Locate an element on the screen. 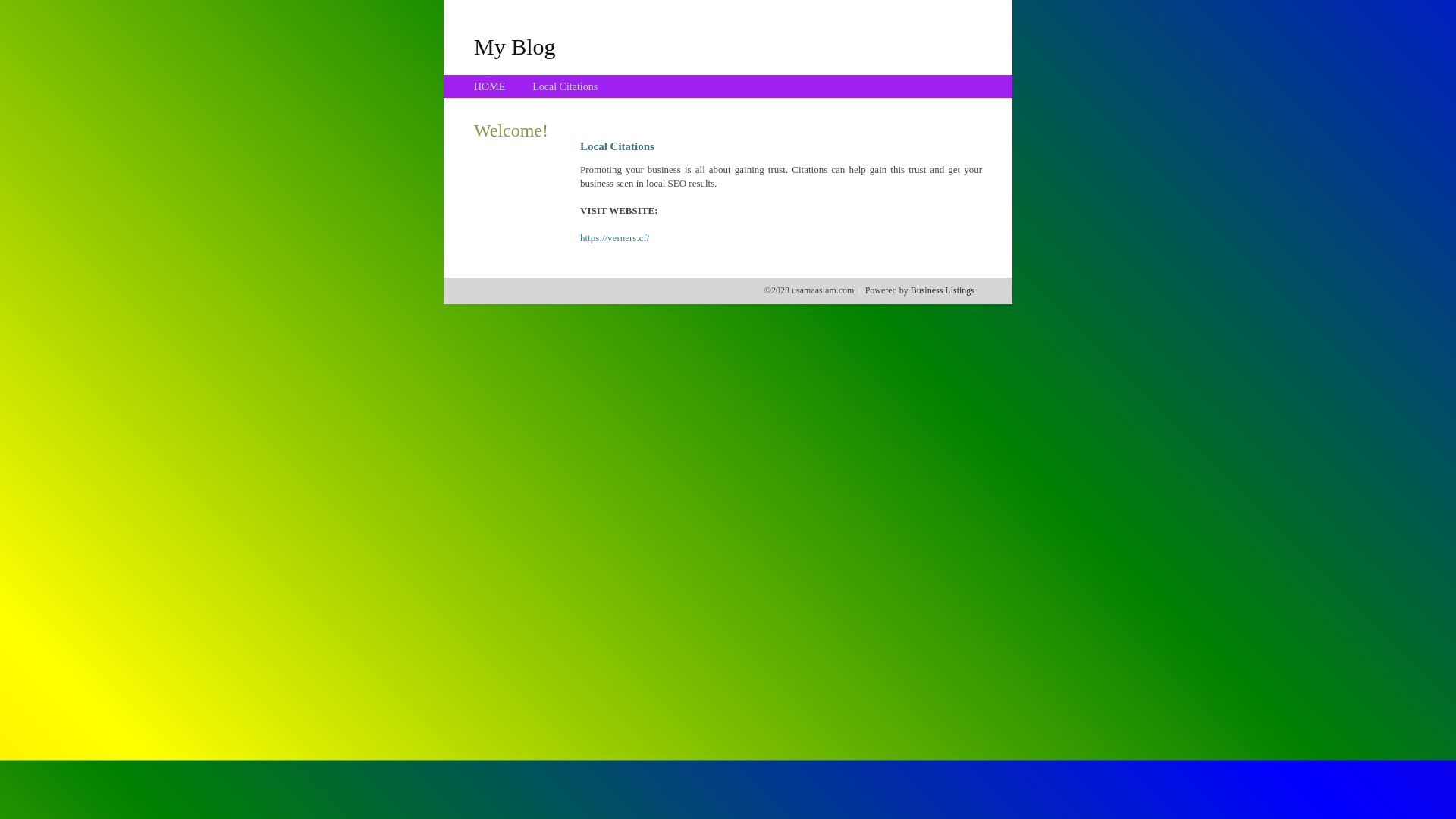  'Local Citations' is located at coordinates (563, 86).